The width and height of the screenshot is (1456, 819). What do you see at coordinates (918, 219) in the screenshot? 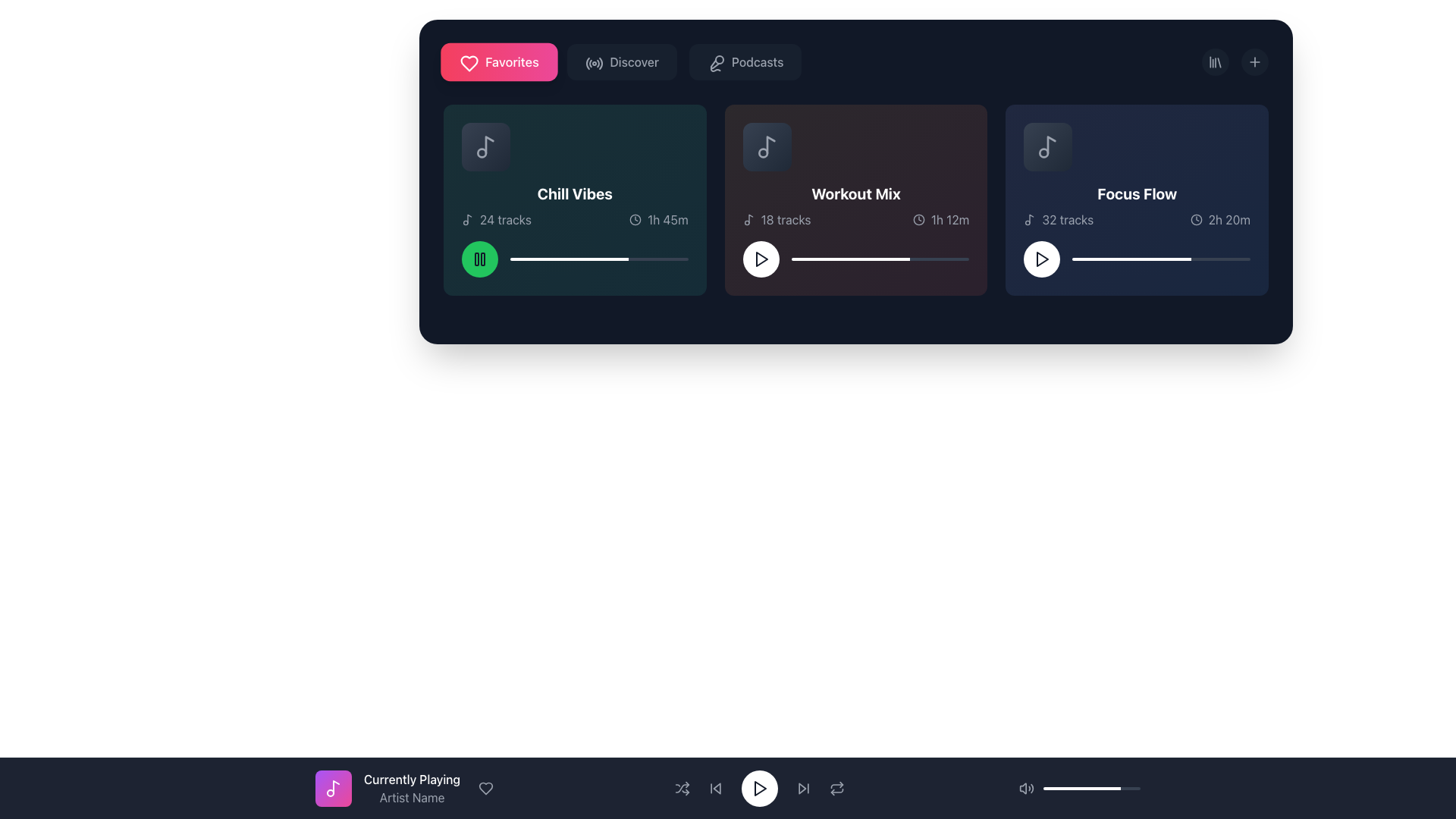
I see `the clock icon located at the bottom right corner of the 'Workout Mix' card, which features a minimalist design with clock hands pointing to a specific time` at bounding box center [918, 219].